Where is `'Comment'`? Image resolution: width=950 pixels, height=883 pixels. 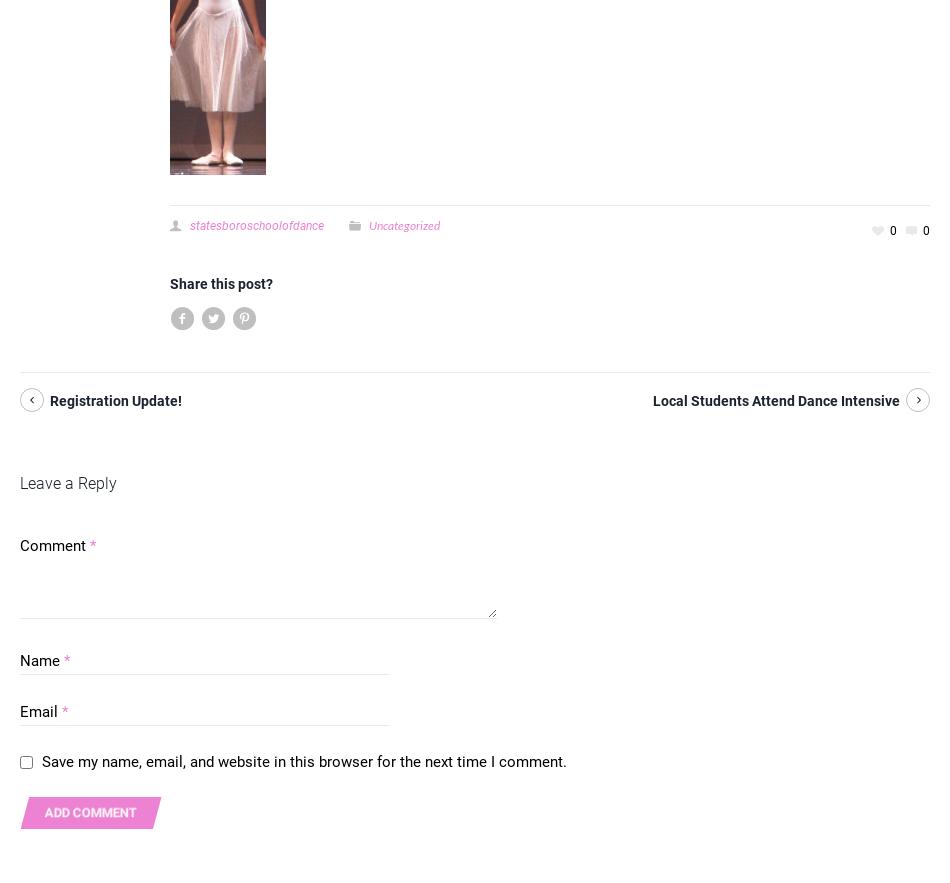
'Comment' is located at coordinates (55, 545).